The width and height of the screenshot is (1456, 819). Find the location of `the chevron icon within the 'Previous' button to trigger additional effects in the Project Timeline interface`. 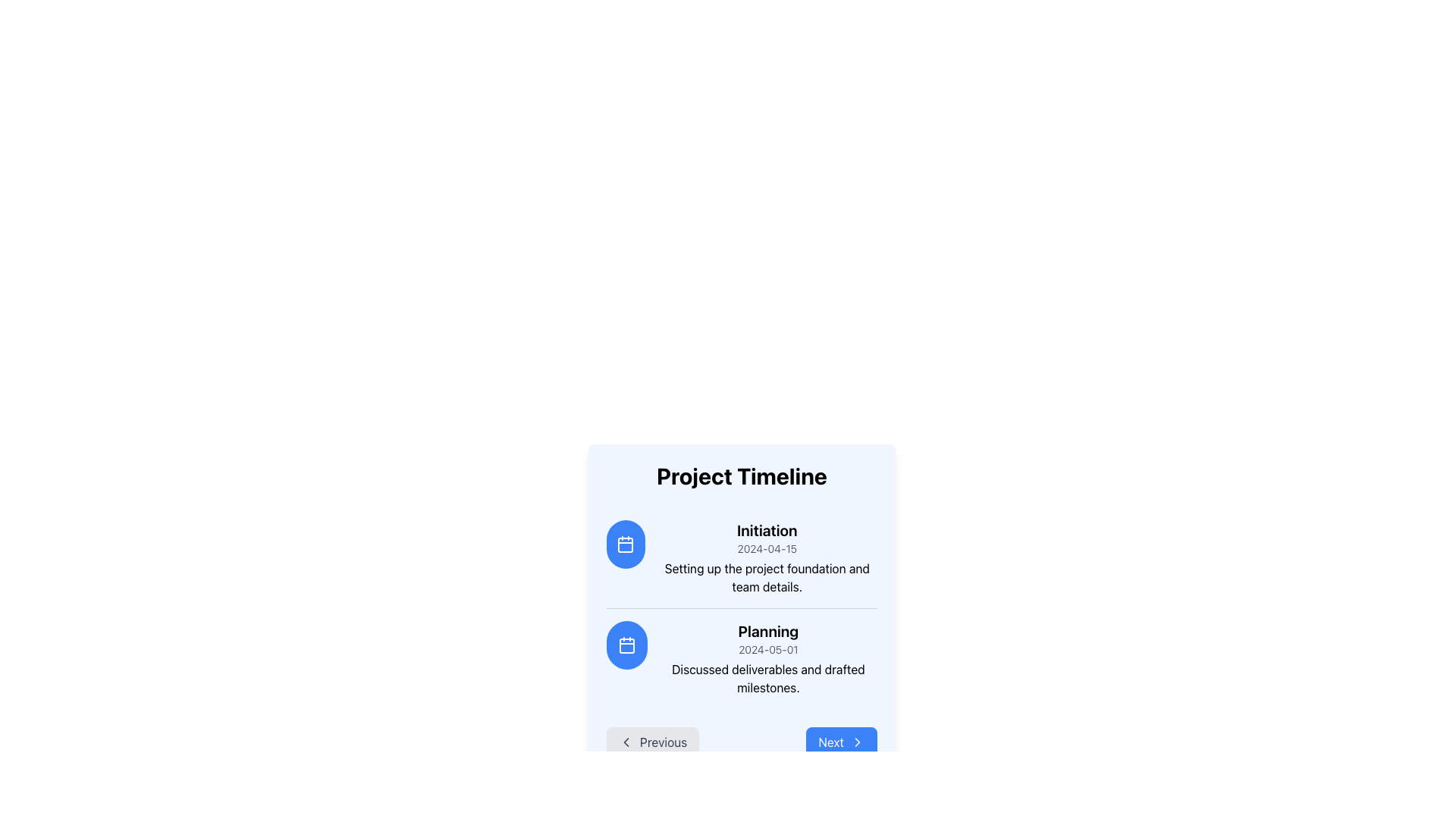

the chevron icon within the 'Previous' button to trigger additional effects in the Project Timeline interface is located at coordinates (626, 742).